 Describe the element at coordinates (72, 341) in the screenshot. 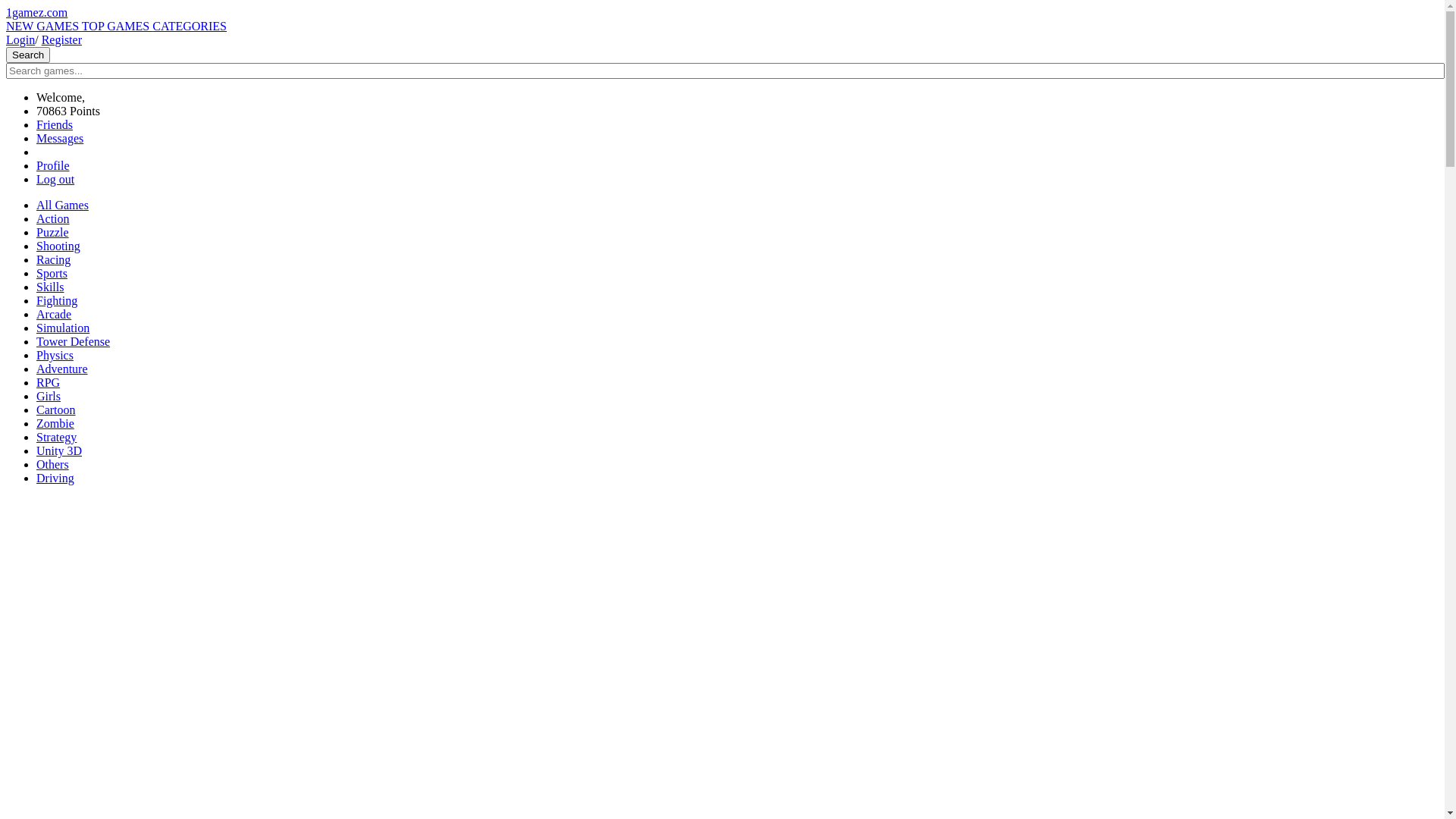

I see `'Tower Defense'` at that location.